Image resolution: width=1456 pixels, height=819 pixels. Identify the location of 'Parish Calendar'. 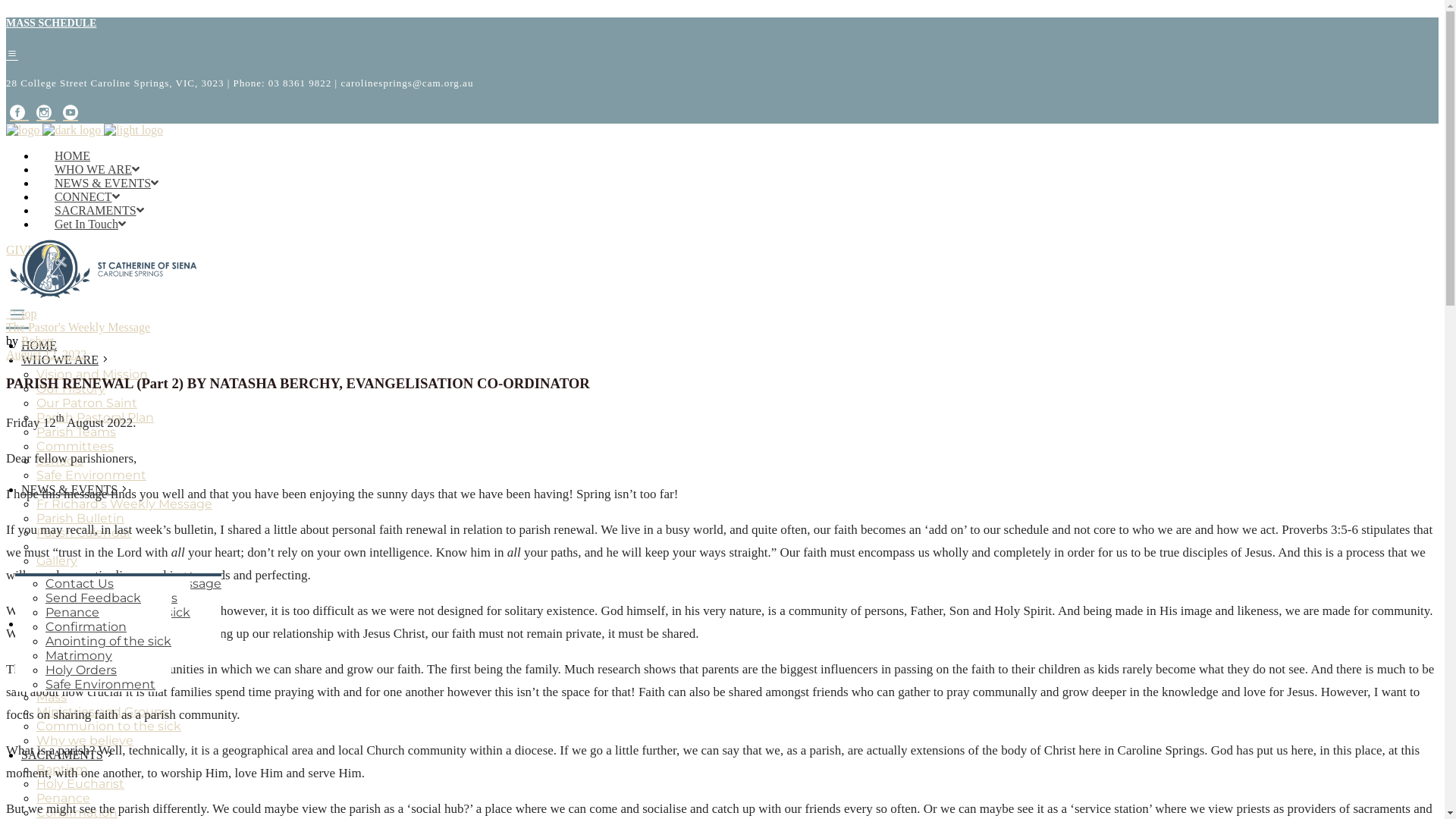
(36, 532).